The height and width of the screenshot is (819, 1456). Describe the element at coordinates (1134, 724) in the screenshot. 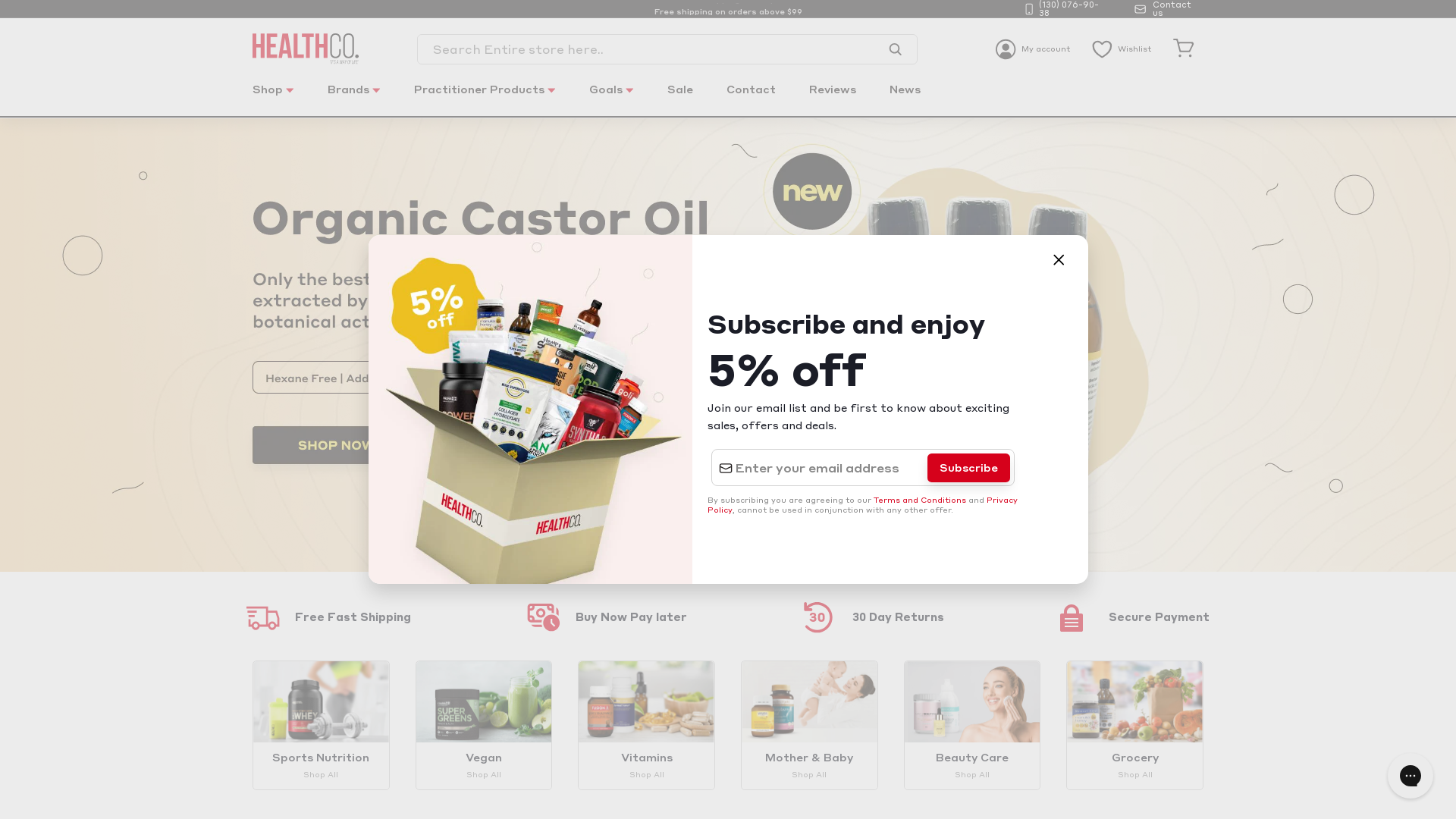

I see `'Grocery` at that location.